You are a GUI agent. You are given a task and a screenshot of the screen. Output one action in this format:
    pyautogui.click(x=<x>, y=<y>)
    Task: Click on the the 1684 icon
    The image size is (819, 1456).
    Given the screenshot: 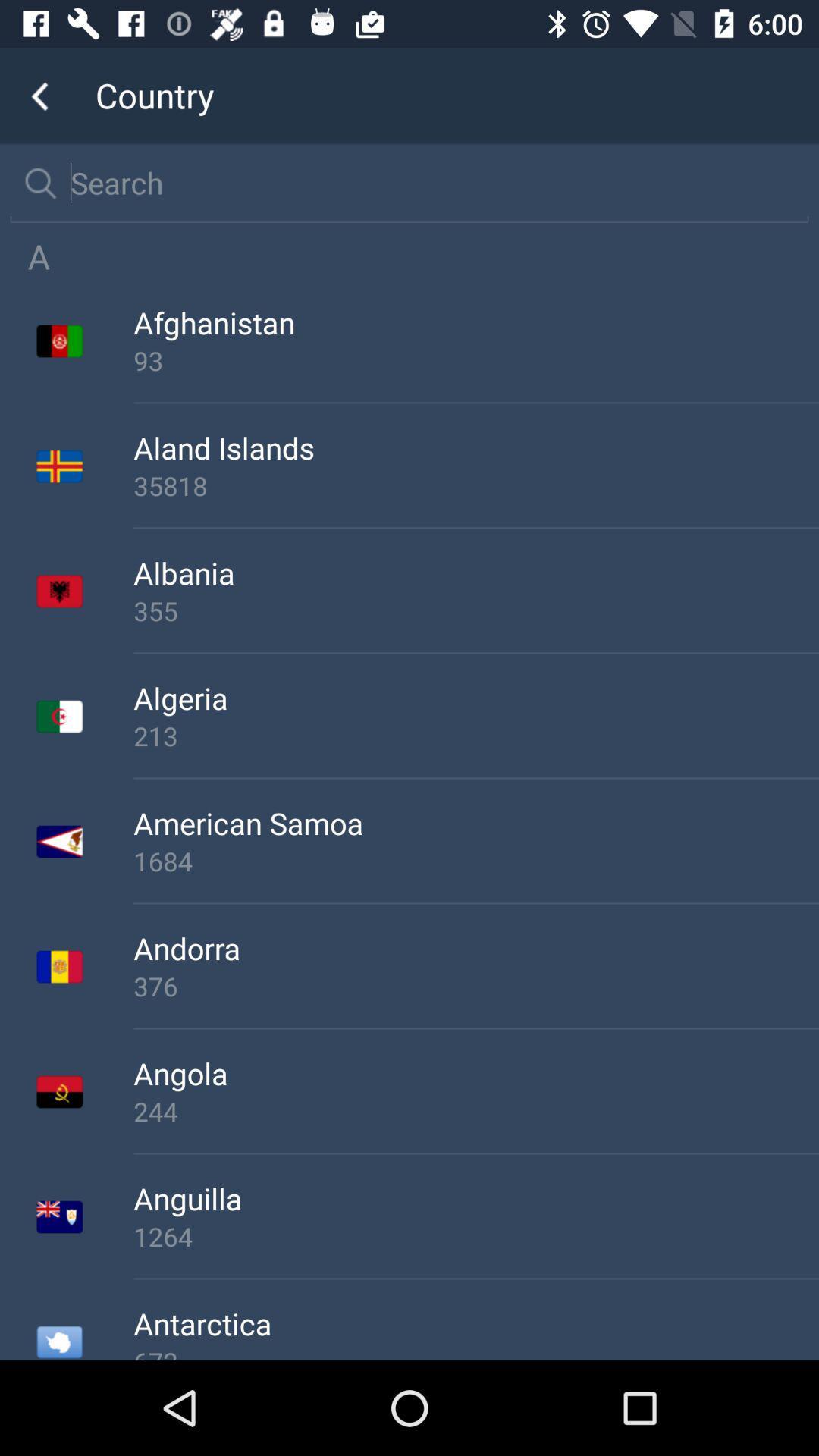 What is the action you would take?
    pyautogui.click(x=475, y=861)
    